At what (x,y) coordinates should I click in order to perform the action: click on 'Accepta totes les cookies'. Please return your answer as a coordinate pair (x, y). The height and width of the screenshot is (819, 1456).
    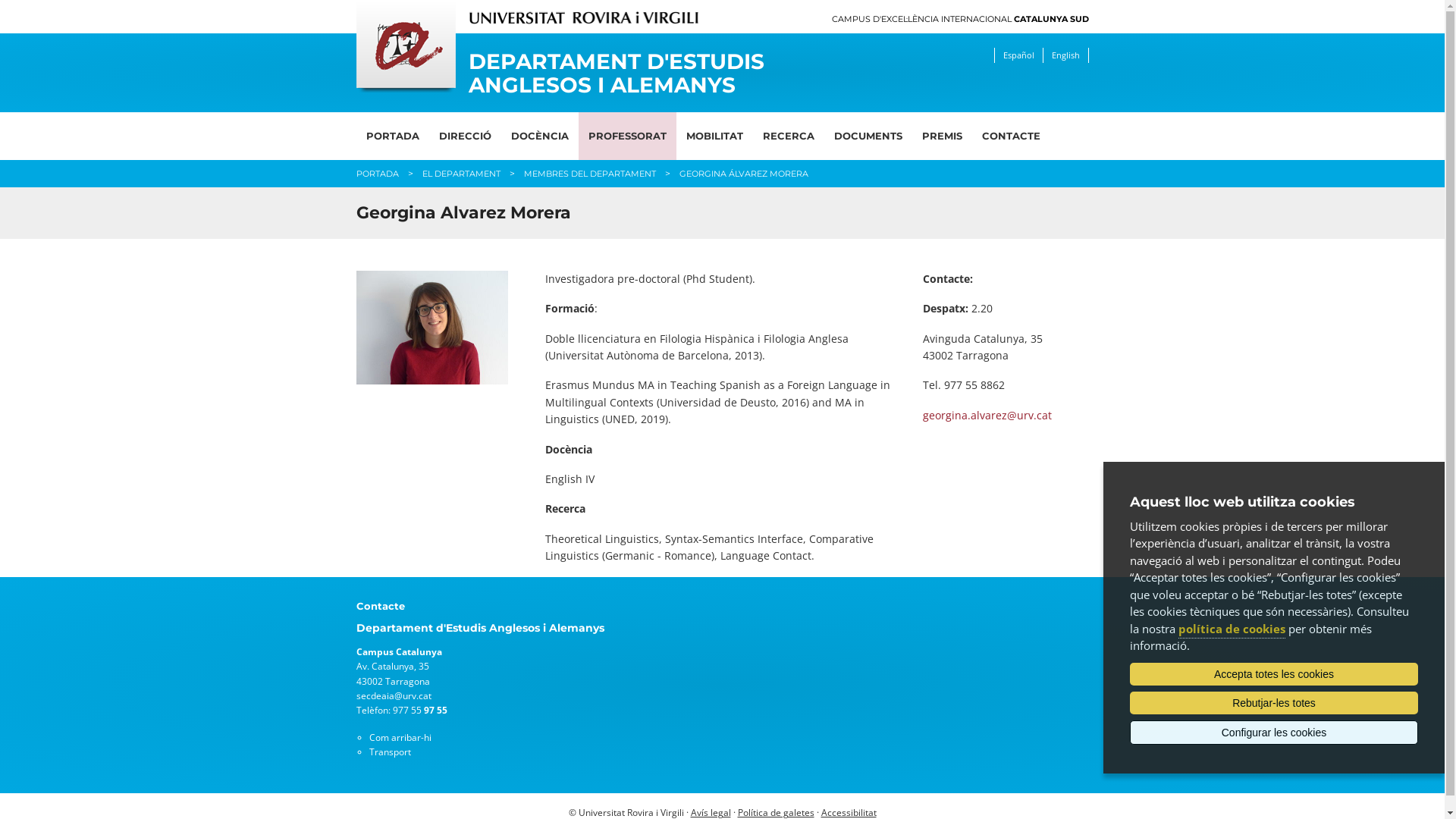
    Looking at the image, I should click on (1274, 673).